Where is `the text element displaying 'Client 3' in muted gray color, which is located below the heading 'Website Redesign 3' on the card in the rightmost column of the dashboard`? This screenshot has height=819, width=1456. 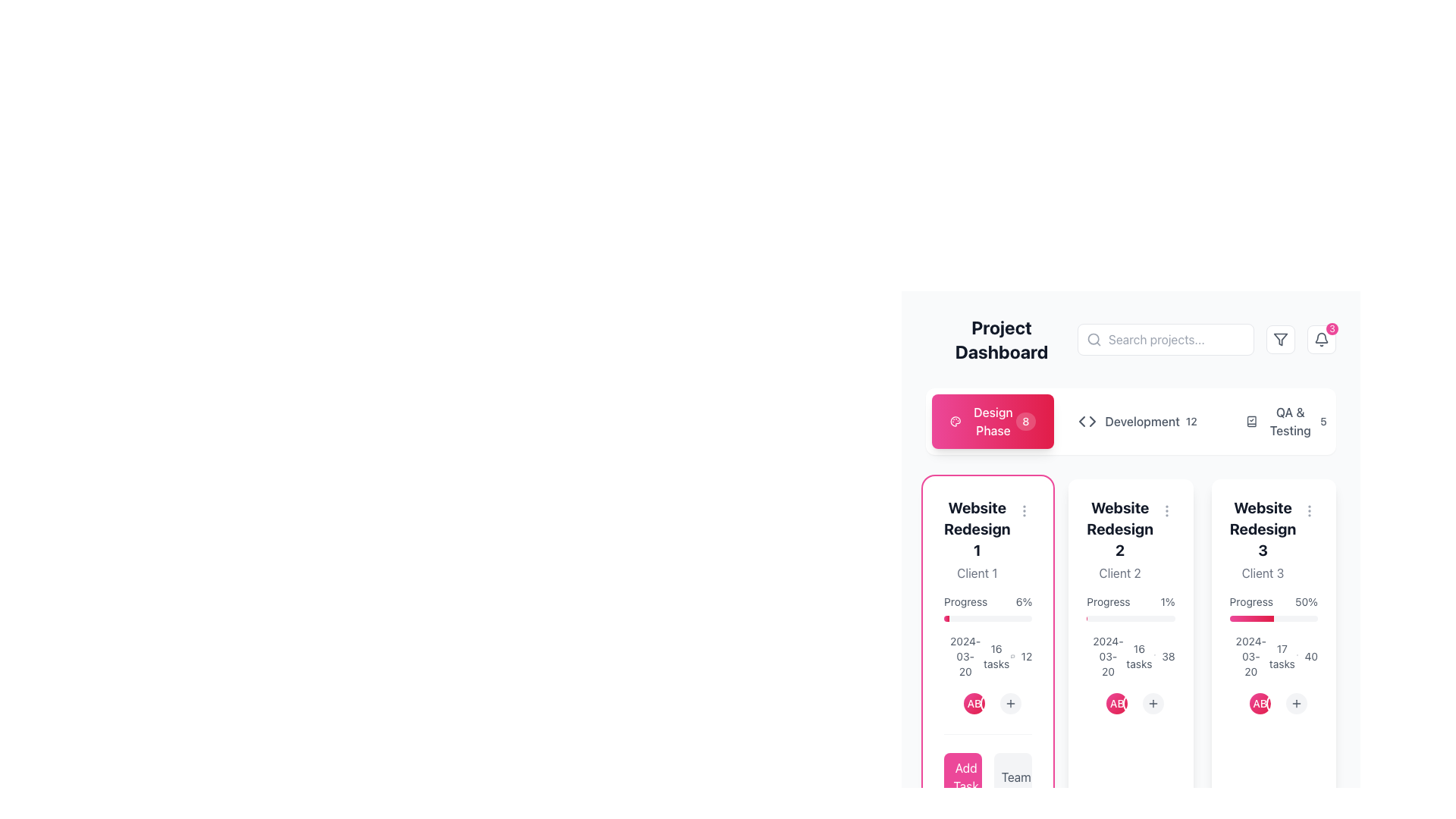
the text element displaying 'Client 3' in muted gray color, which is located below the heading 'Website Redesign 3' on the card in the rightmost column of the dashboard is located at coordinates (1263, 573).